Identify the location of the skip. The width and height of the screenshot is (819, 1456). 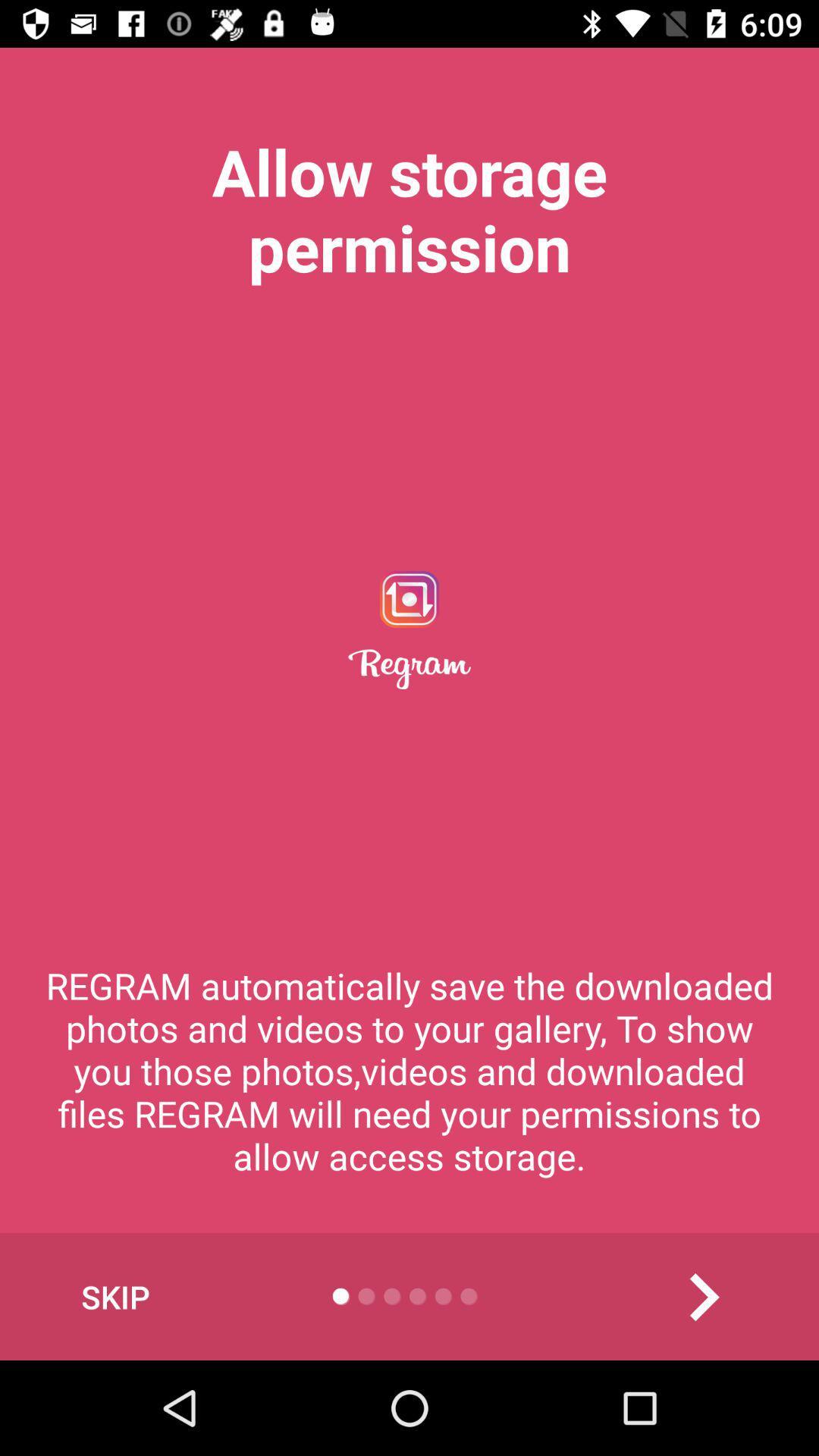
(115, 1296).